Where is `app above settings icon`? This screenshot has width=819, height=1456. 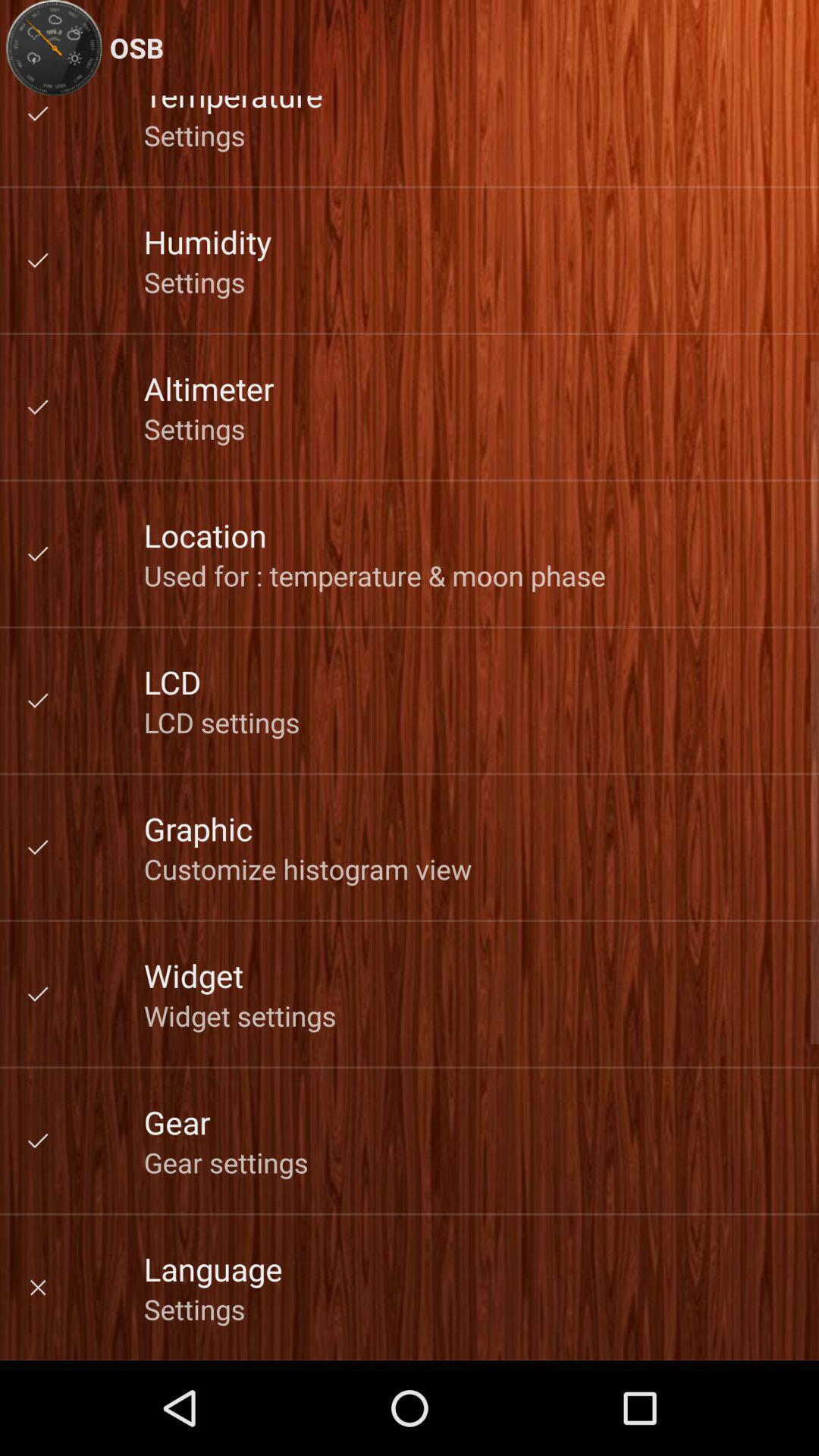
app above settings icon is located at coordinates (213, 1269).